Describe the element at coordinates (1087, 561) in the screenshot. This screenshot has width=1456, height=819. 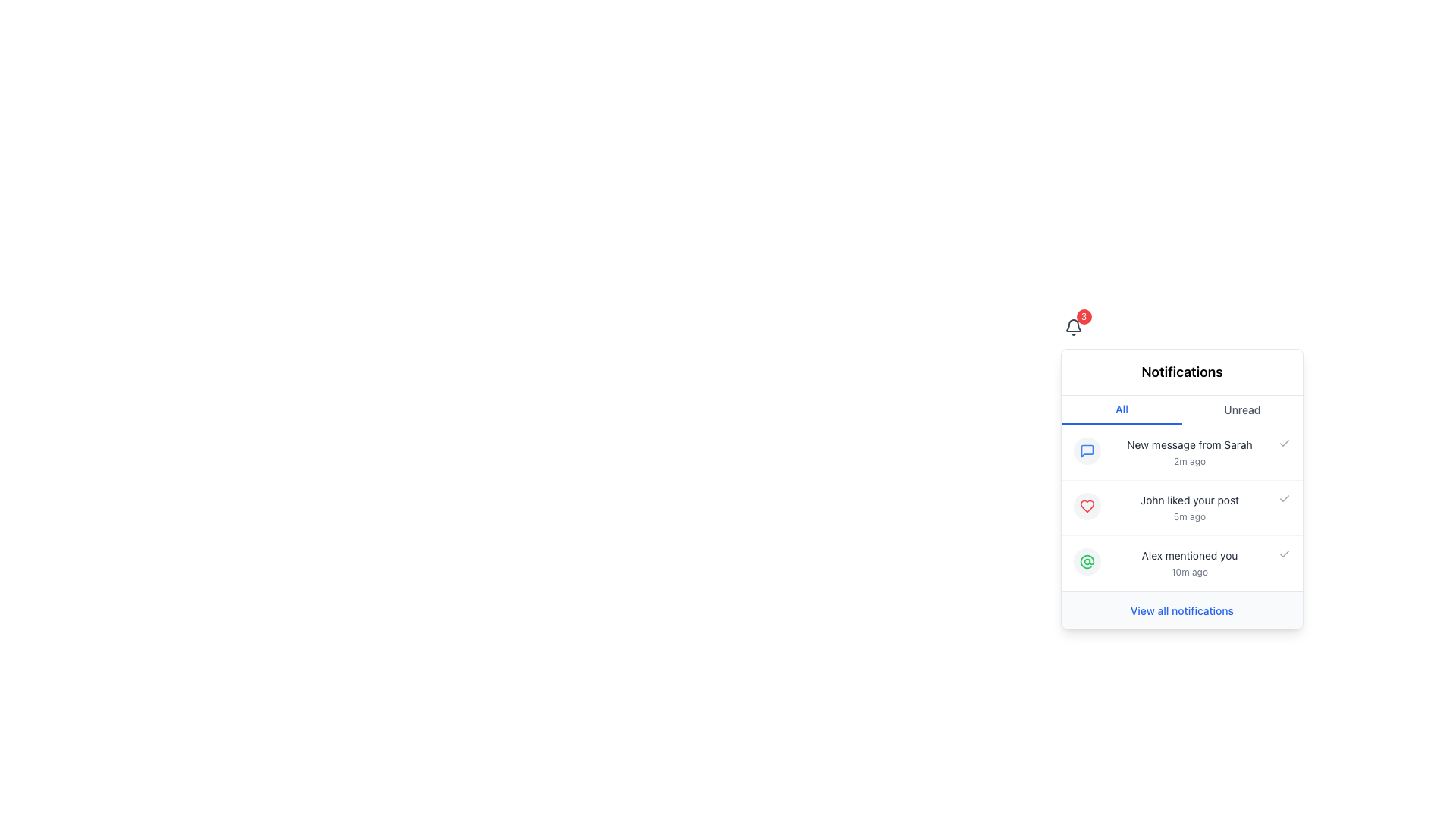
I see `the green '@' mention notification icon located at the bottom of the notifications list, next to the 'Alex mentioned you' notification` at that location.